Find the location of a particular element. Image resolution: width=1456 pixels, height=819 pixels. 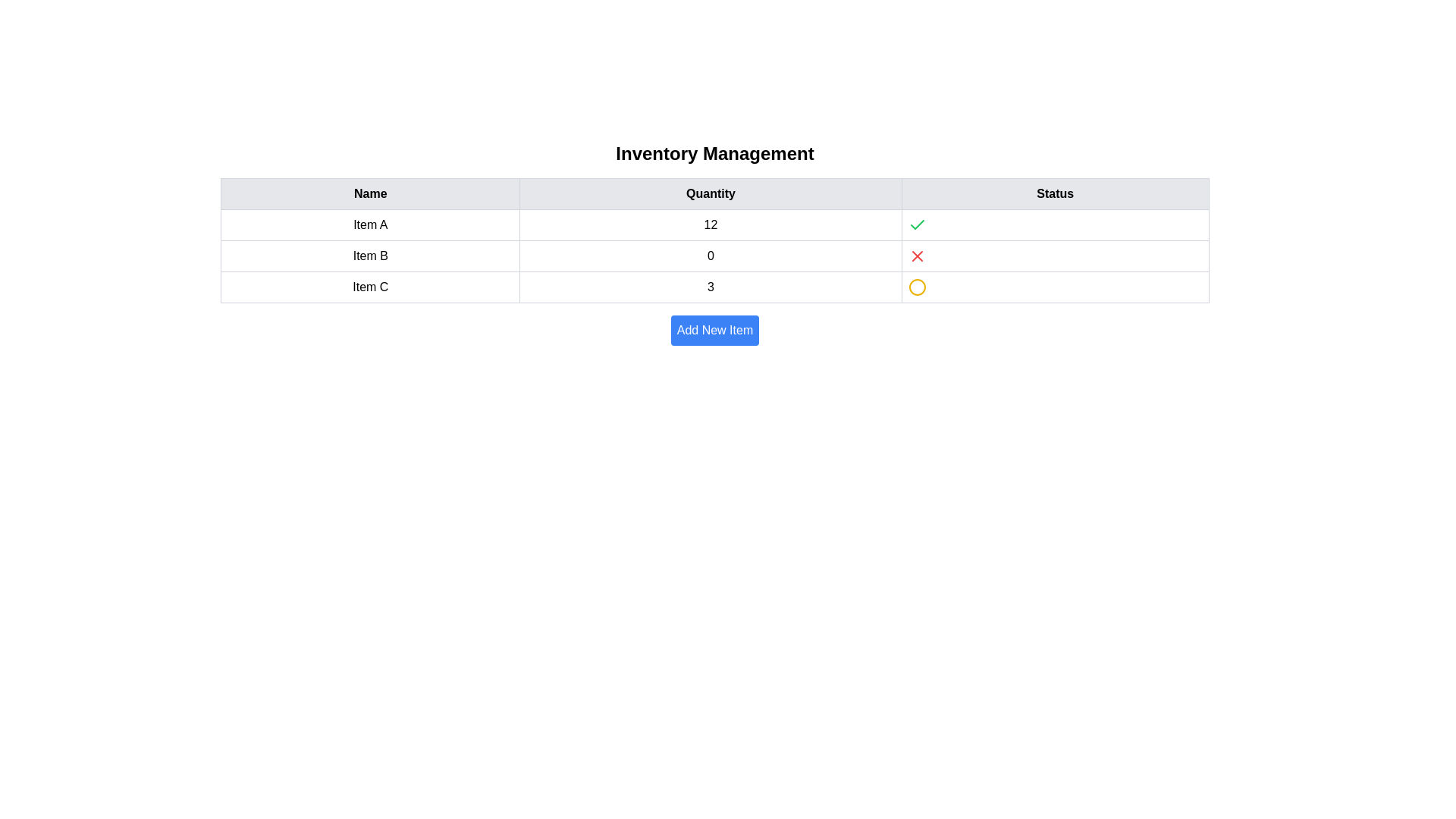

the 'Status' column header text label, which is styled in bold and centered within a light gray background, acting as a header for the table column is located at coordinates (1054, 193).